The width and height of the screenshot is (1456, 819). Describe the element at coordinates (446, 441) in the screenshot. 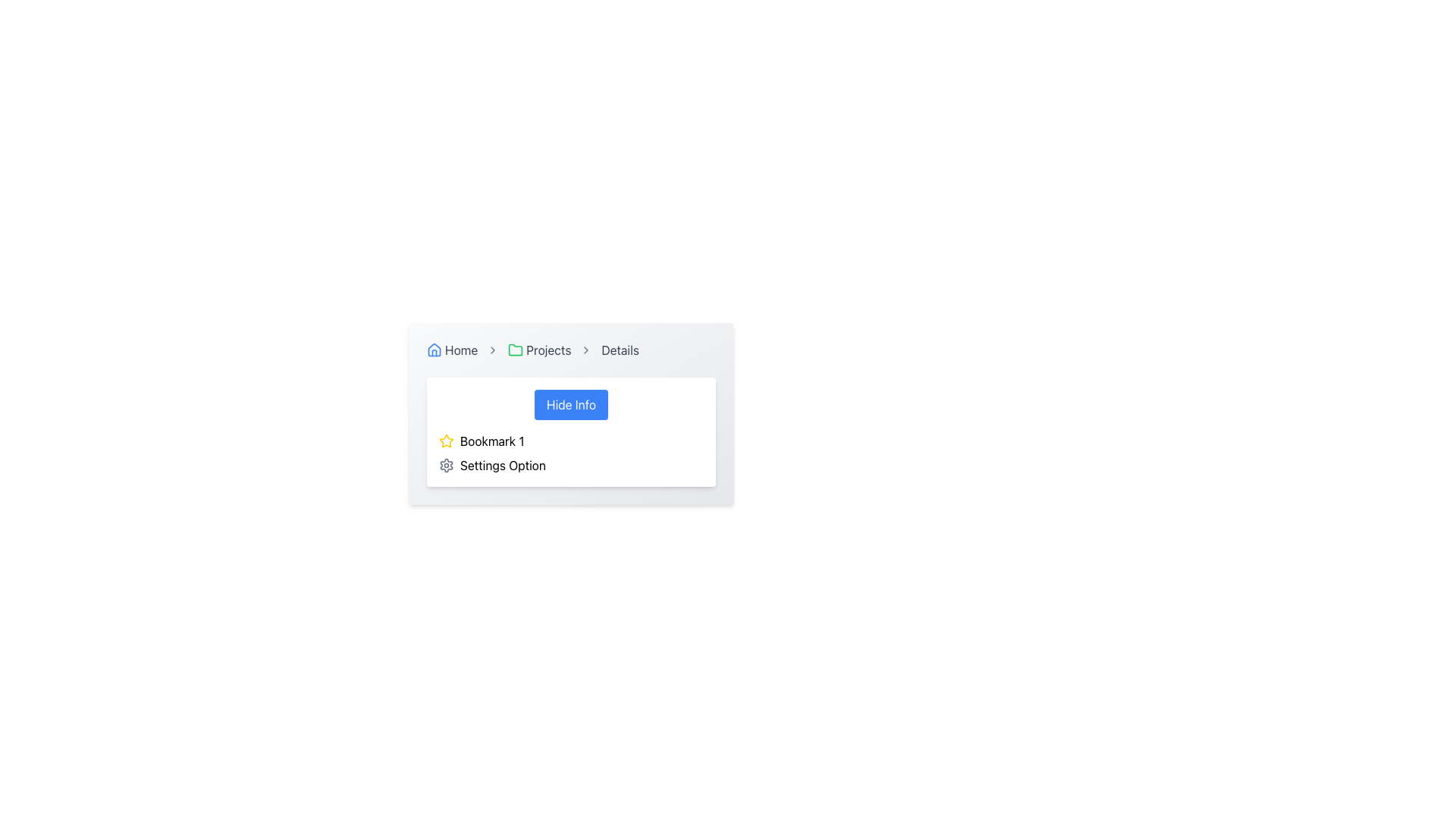

I see `the star icon, which is the leftmost item in the rating system and located to the left of the text 'Bookmark 1'` at that location.